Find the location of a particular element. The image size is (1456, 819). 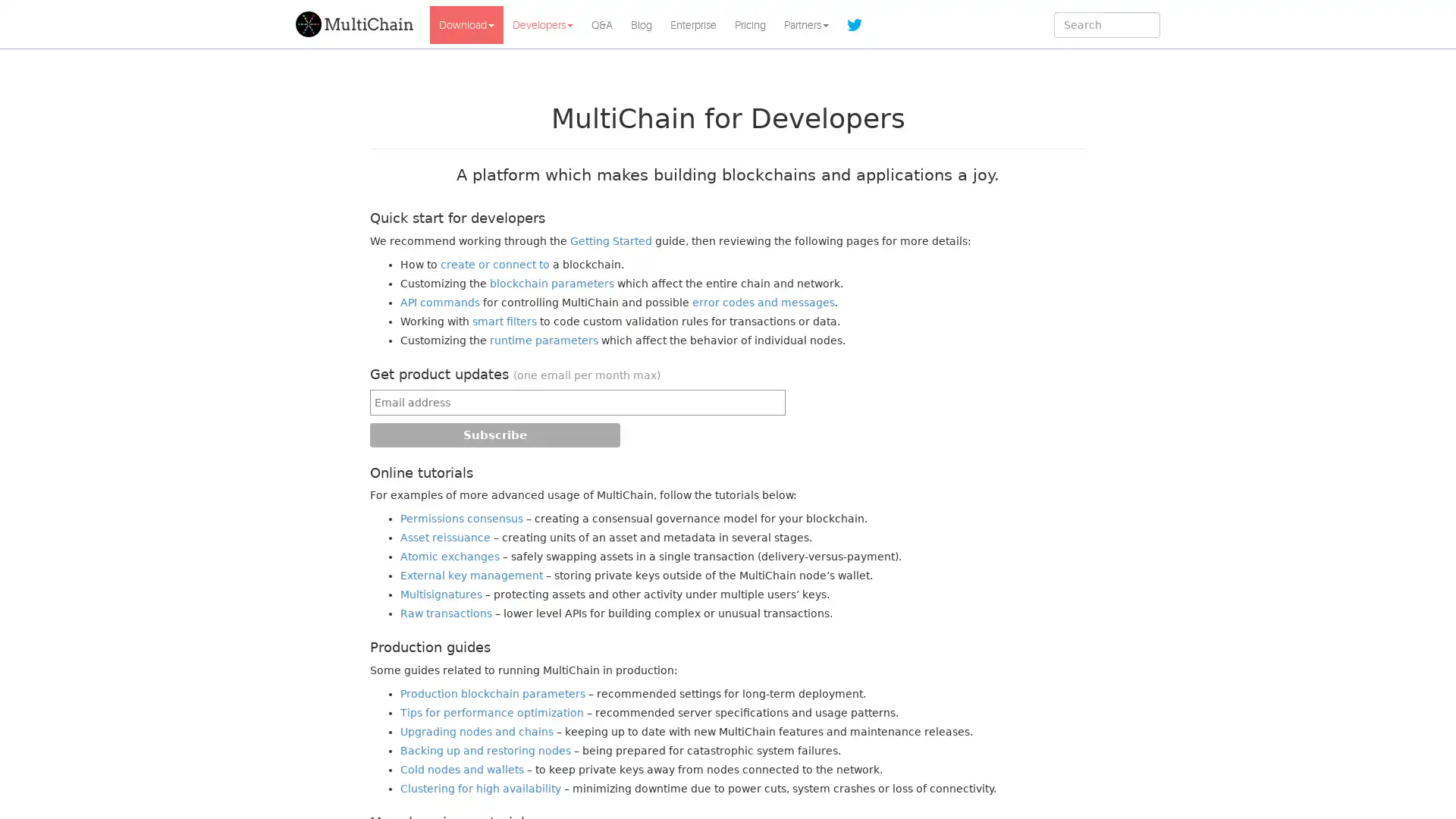

Subscribe is located at coordinates (494, 435).